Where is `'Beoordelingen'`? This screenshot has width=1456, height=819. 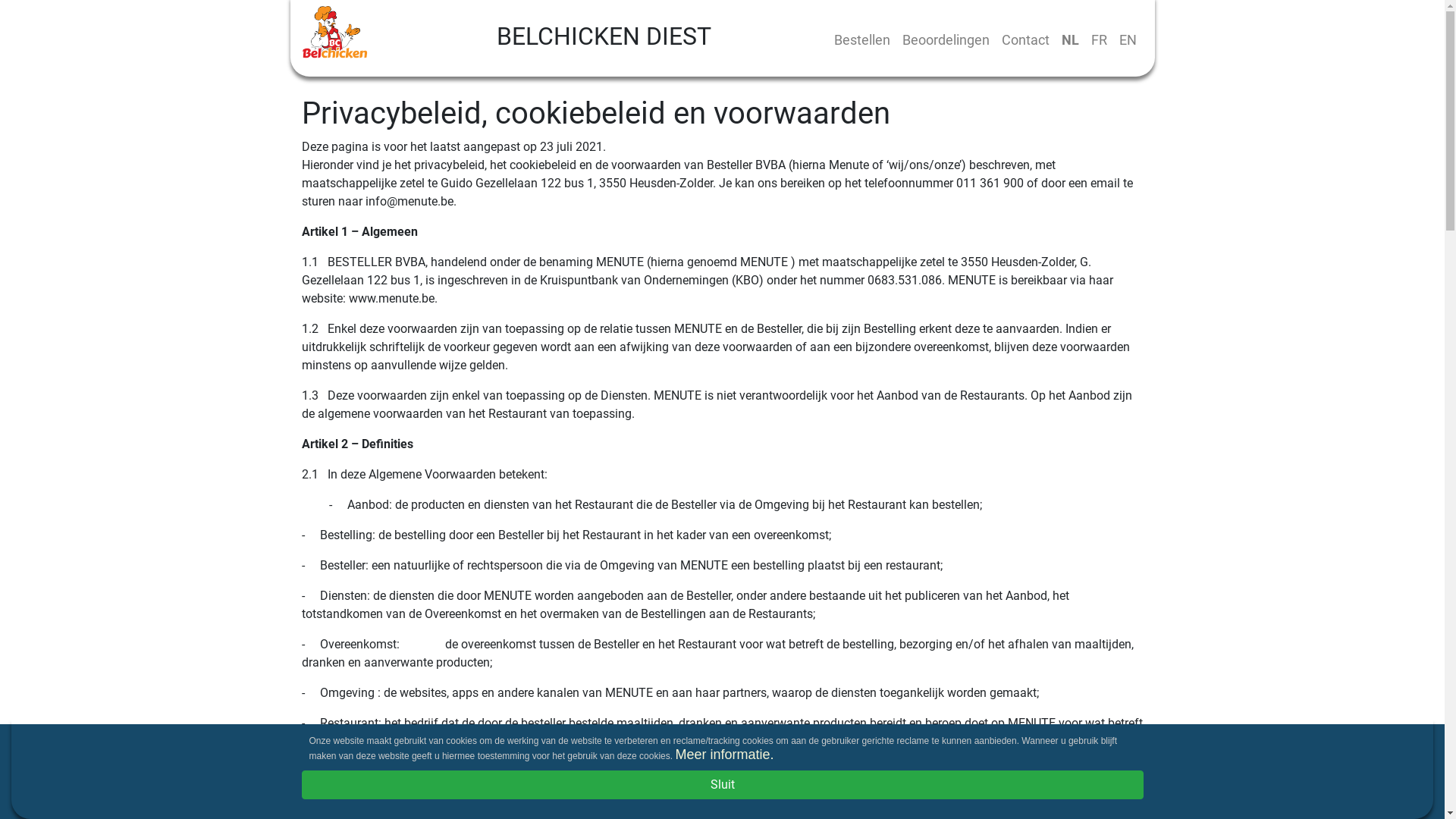 'Beoordelingen' is located at coordinates (896, 39).